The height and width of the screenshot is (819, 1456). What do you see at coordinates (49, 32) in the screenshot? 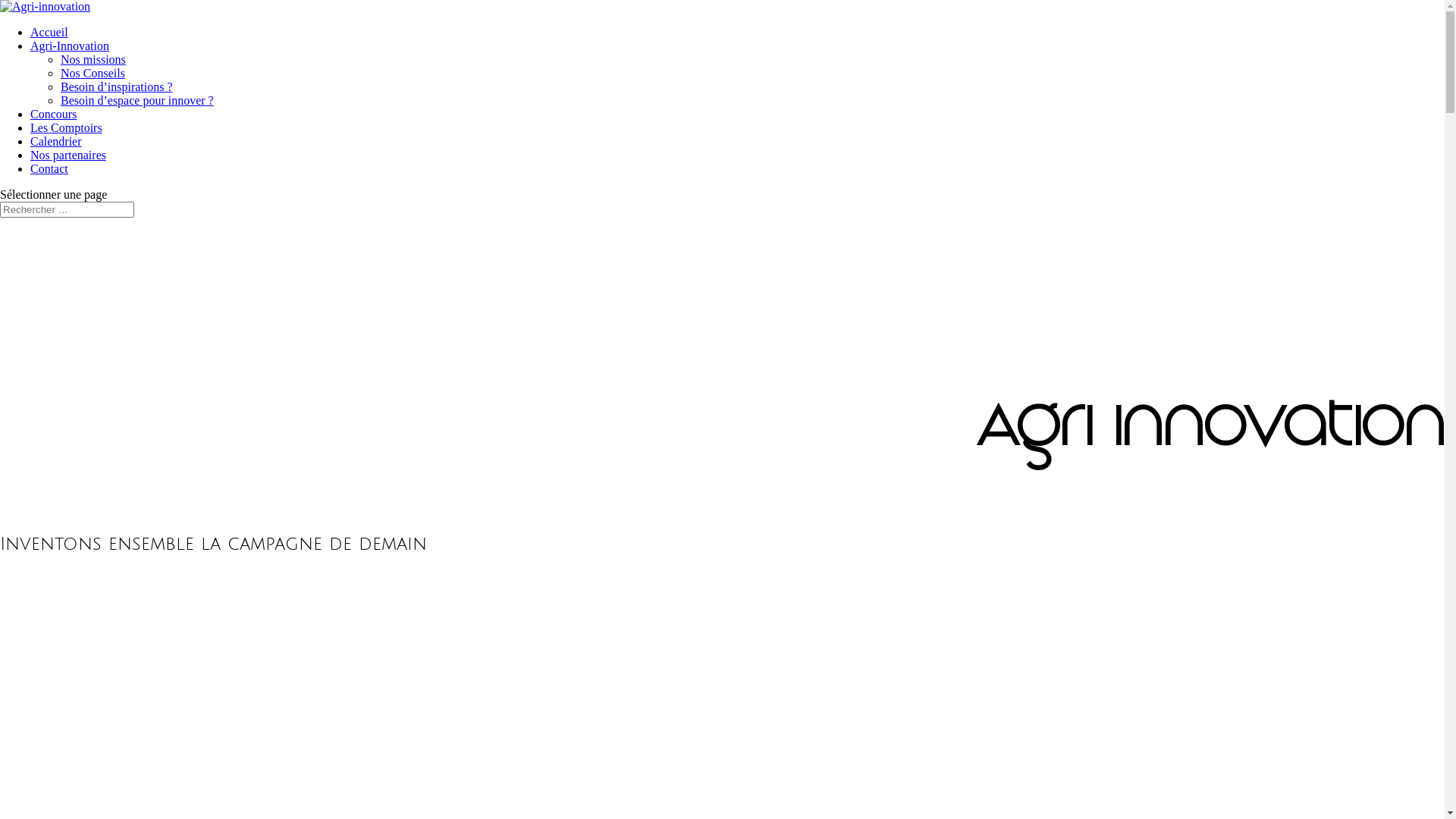
I see `'Accueil'` at bounding box center [49, 32].